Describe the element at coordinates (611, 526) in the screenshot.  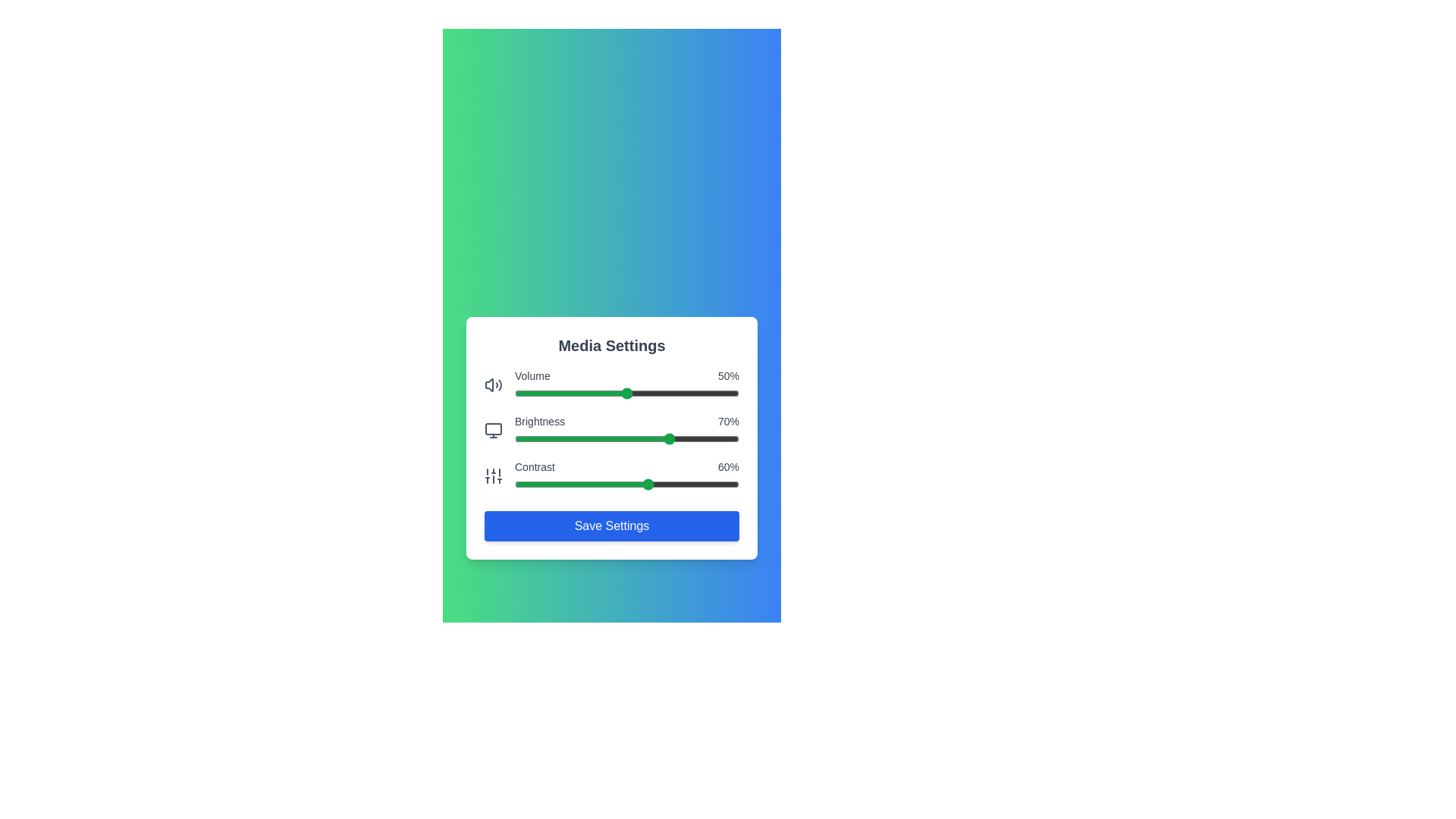
I see `the 'Save Settings' button to save the current media settings` at that location.